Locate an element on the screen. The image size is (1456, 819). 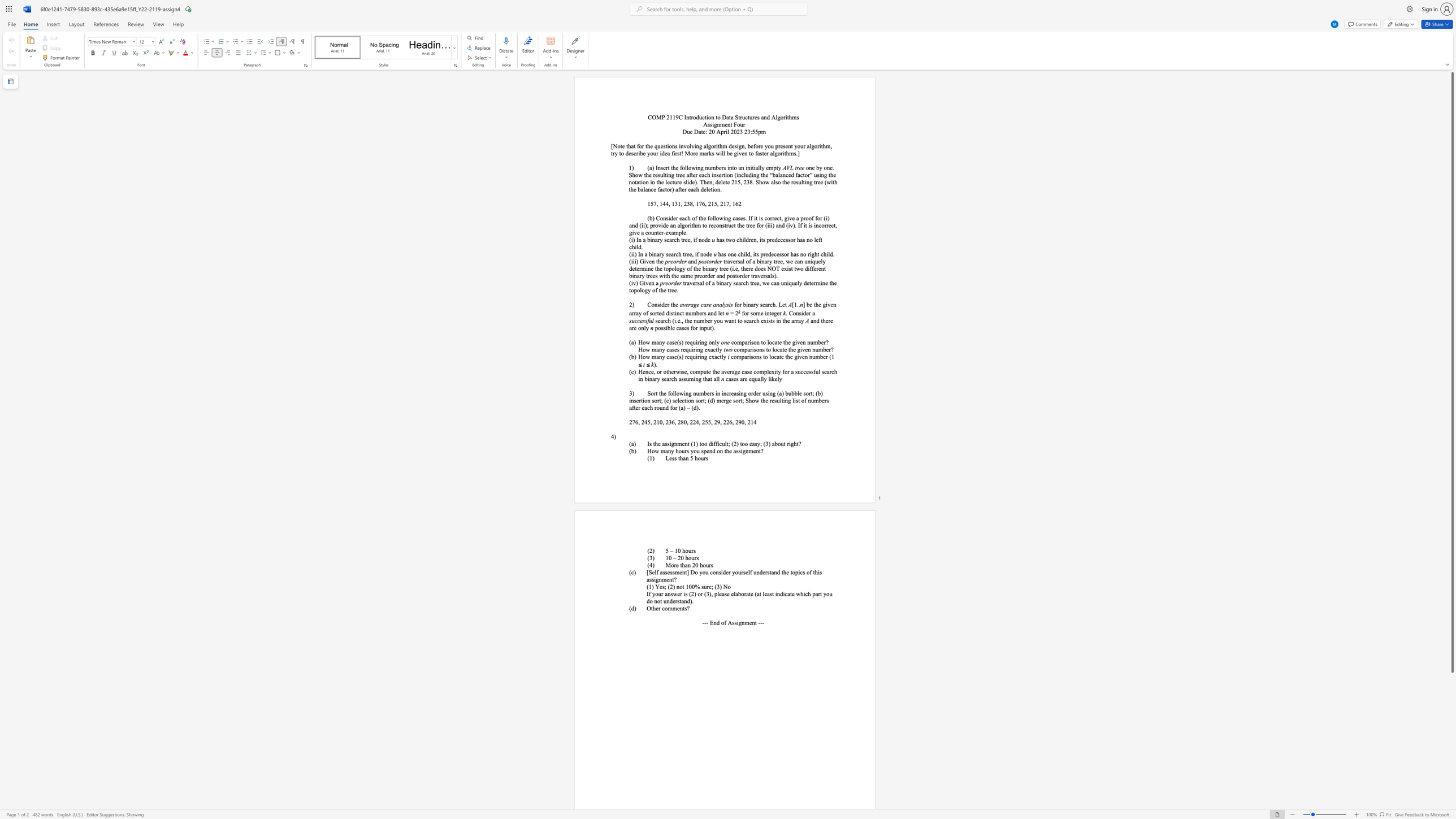
the 1th character "r" in the text is located at coordinates (744, 124).